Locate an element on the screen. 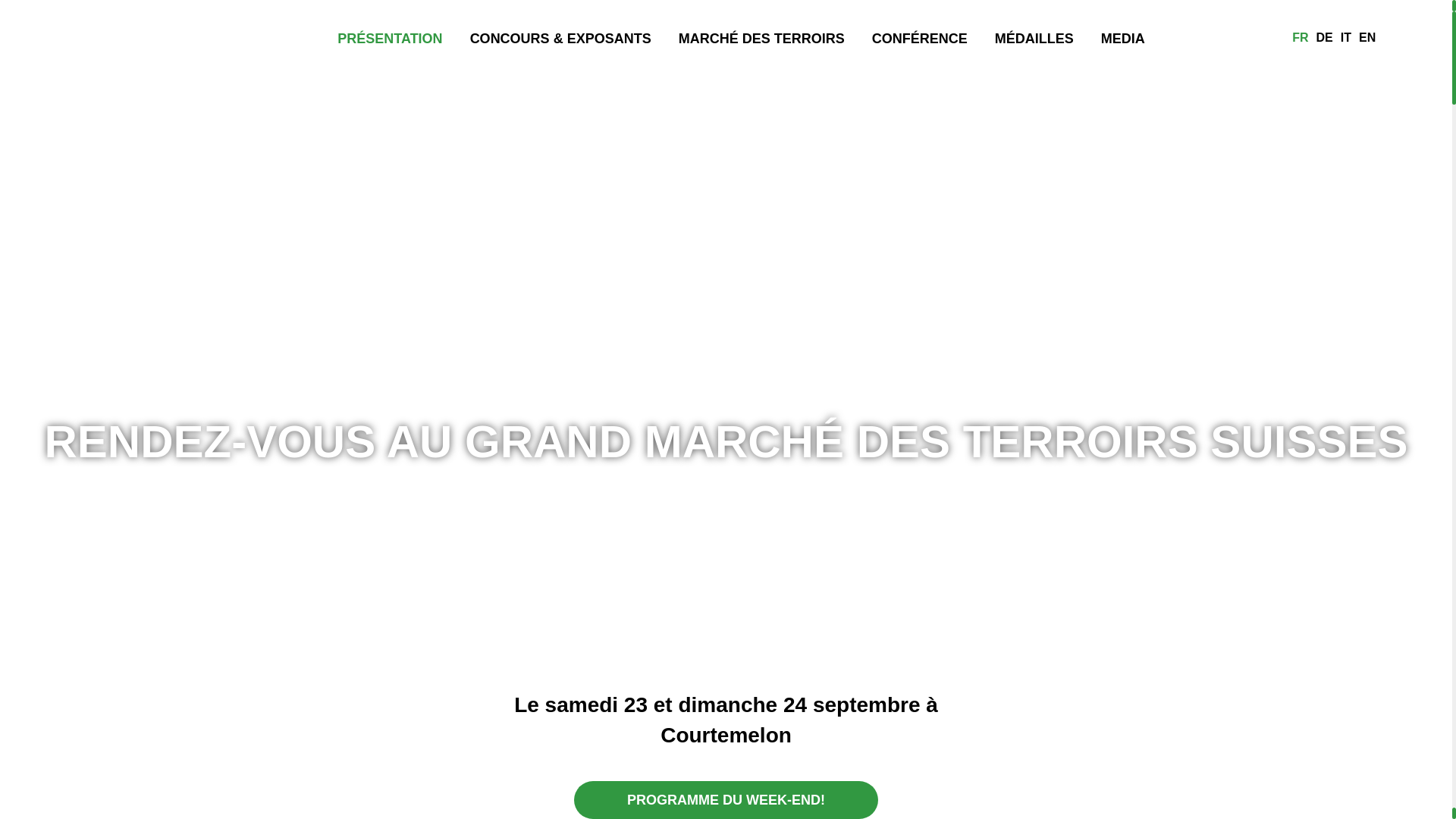  'DE' is located at coordinates (1324, 37).